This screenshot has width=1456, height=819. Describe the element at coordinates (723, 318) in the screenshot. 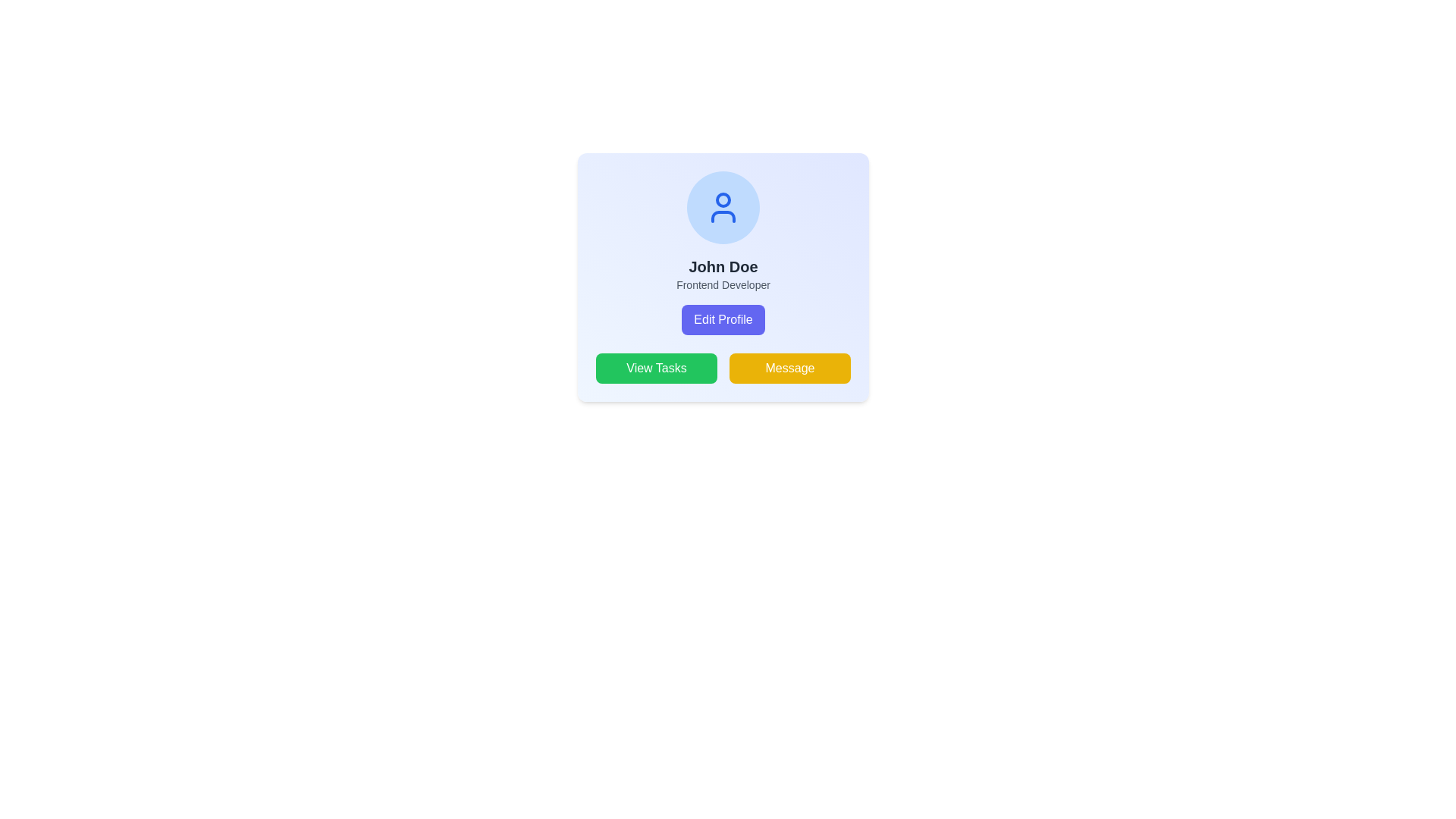

I see `the button located below the text 'John Doe' and 'Frontend Developer'` at that location.